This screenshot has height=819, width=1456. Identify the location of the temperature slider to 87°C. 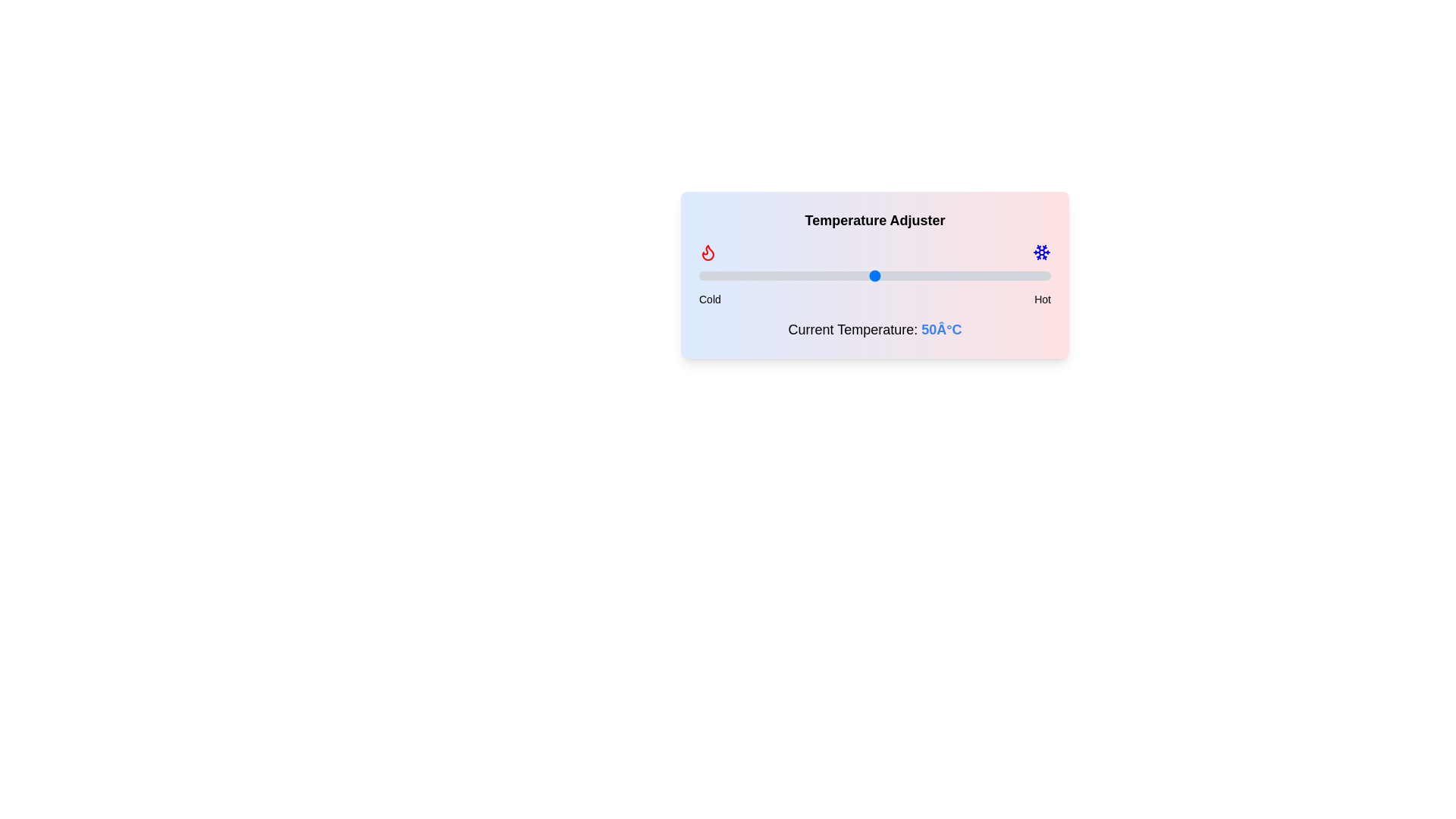
(1005, 275).